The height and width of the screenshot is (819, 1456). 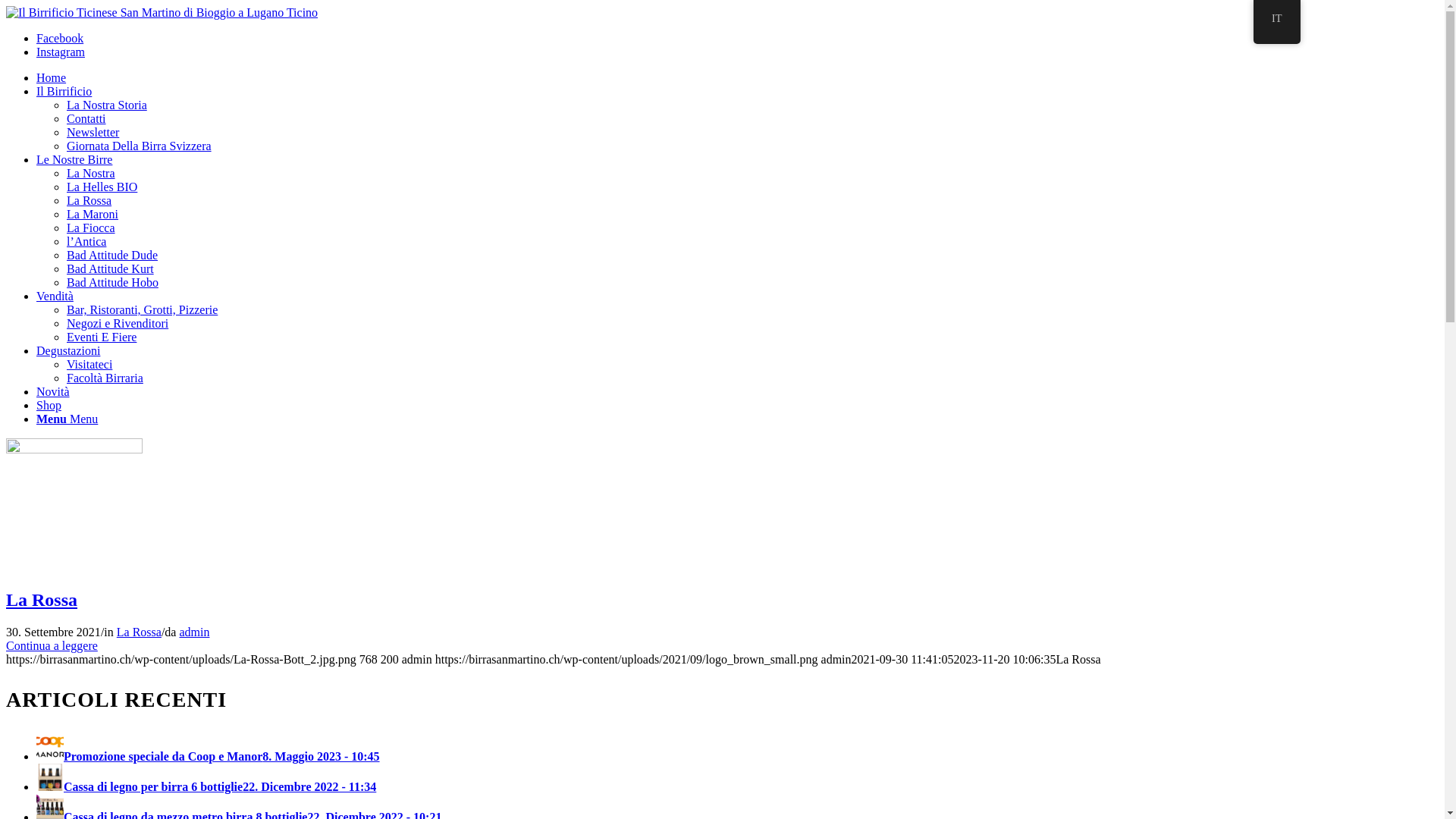 What do you see at coordinates (1276, 18) in the screenshot?
I see `'IT'` at bounding box center [1276, 18].